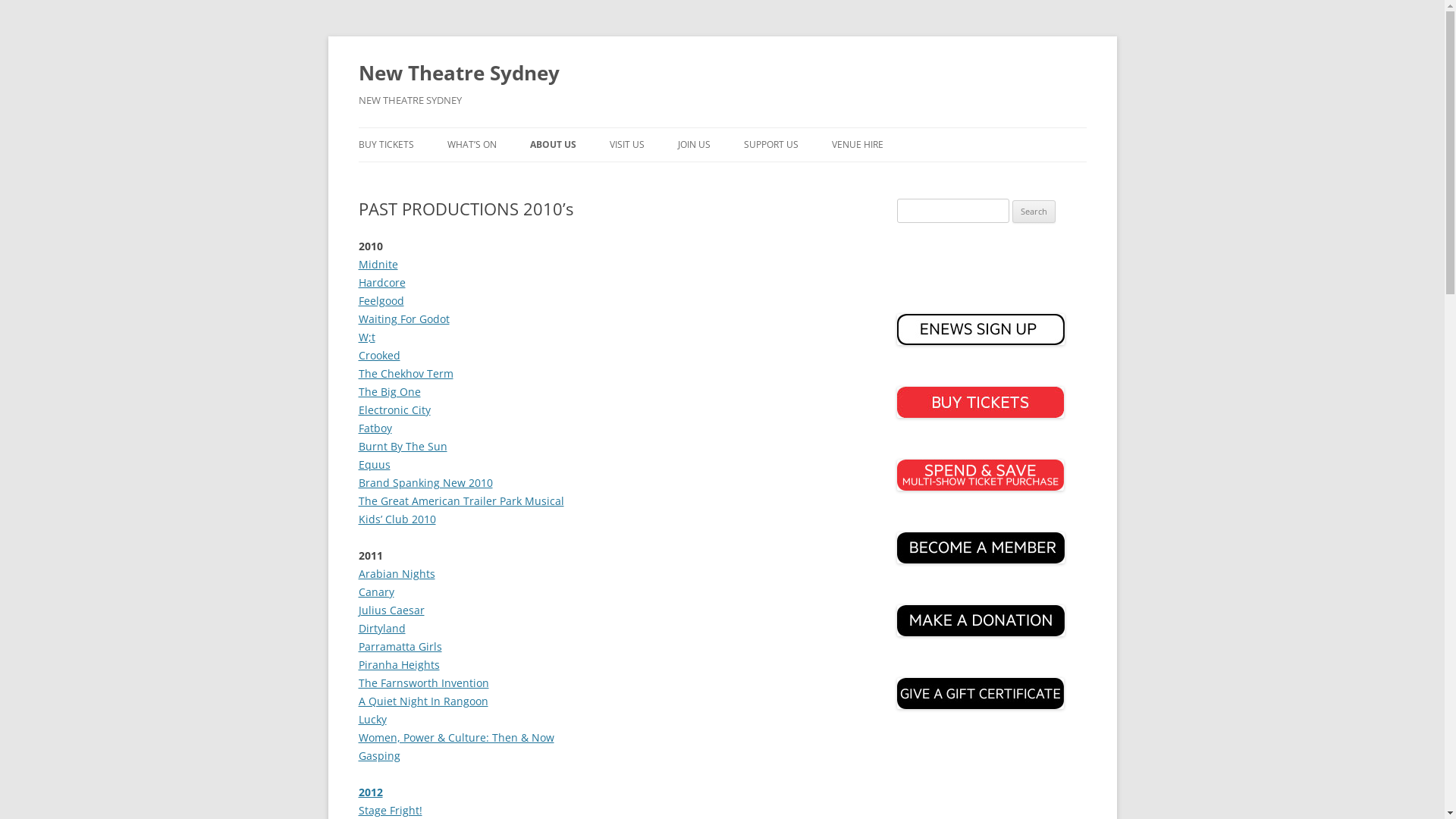 The height and width of the screenshot is (819, 1456). Describe the element at coordinates (400, 646) in the screenshot. I see `'Parramatta Girls'` at that location.